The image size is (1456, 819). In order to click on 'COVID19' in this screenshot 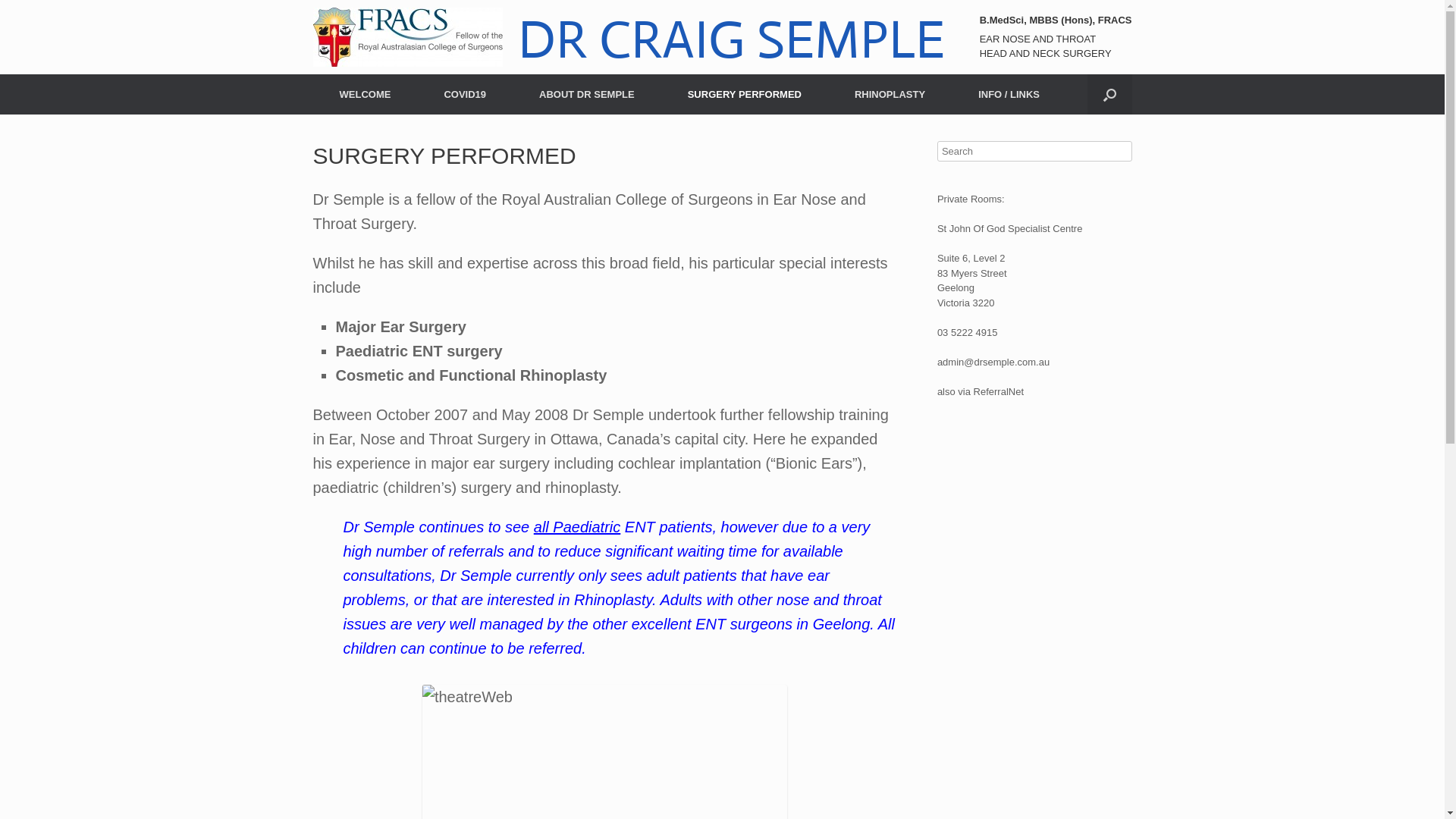, I will do `click(464, 94)`.